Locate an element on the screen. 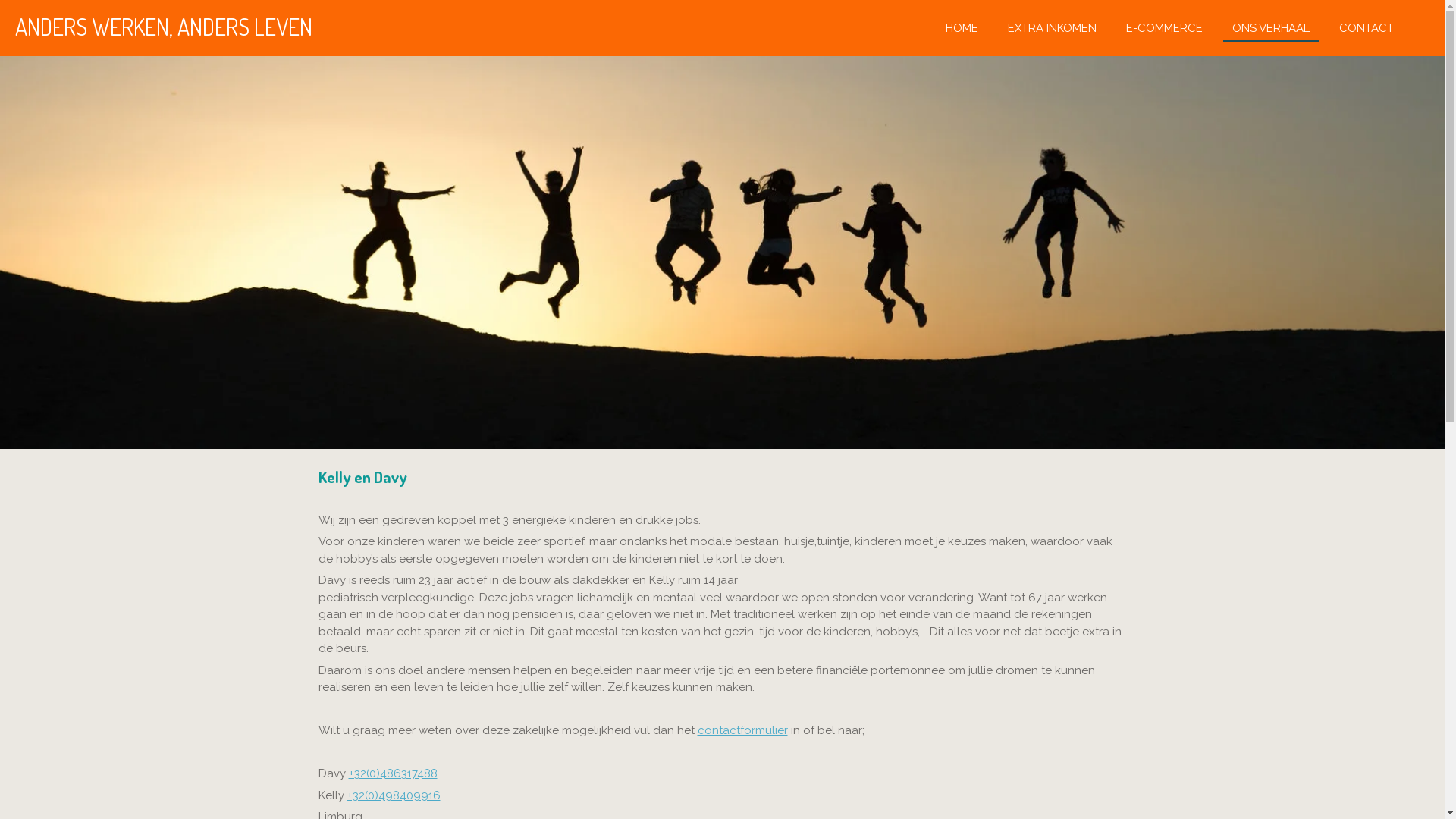  'E-COMMERCE' is located at coordinates (1163, 27).